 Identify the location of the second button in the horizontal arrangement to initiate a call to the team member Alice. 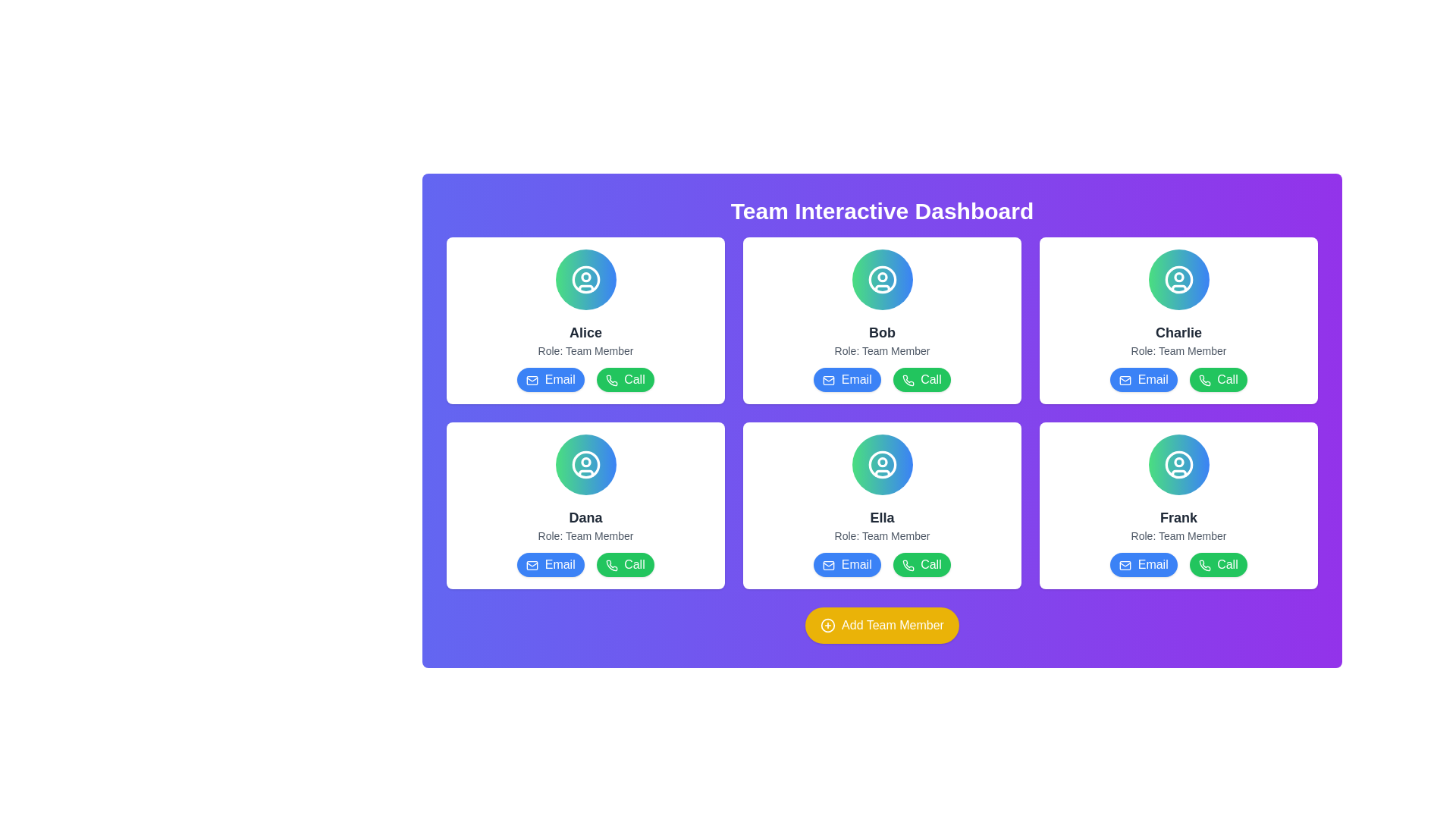
(625, 379).